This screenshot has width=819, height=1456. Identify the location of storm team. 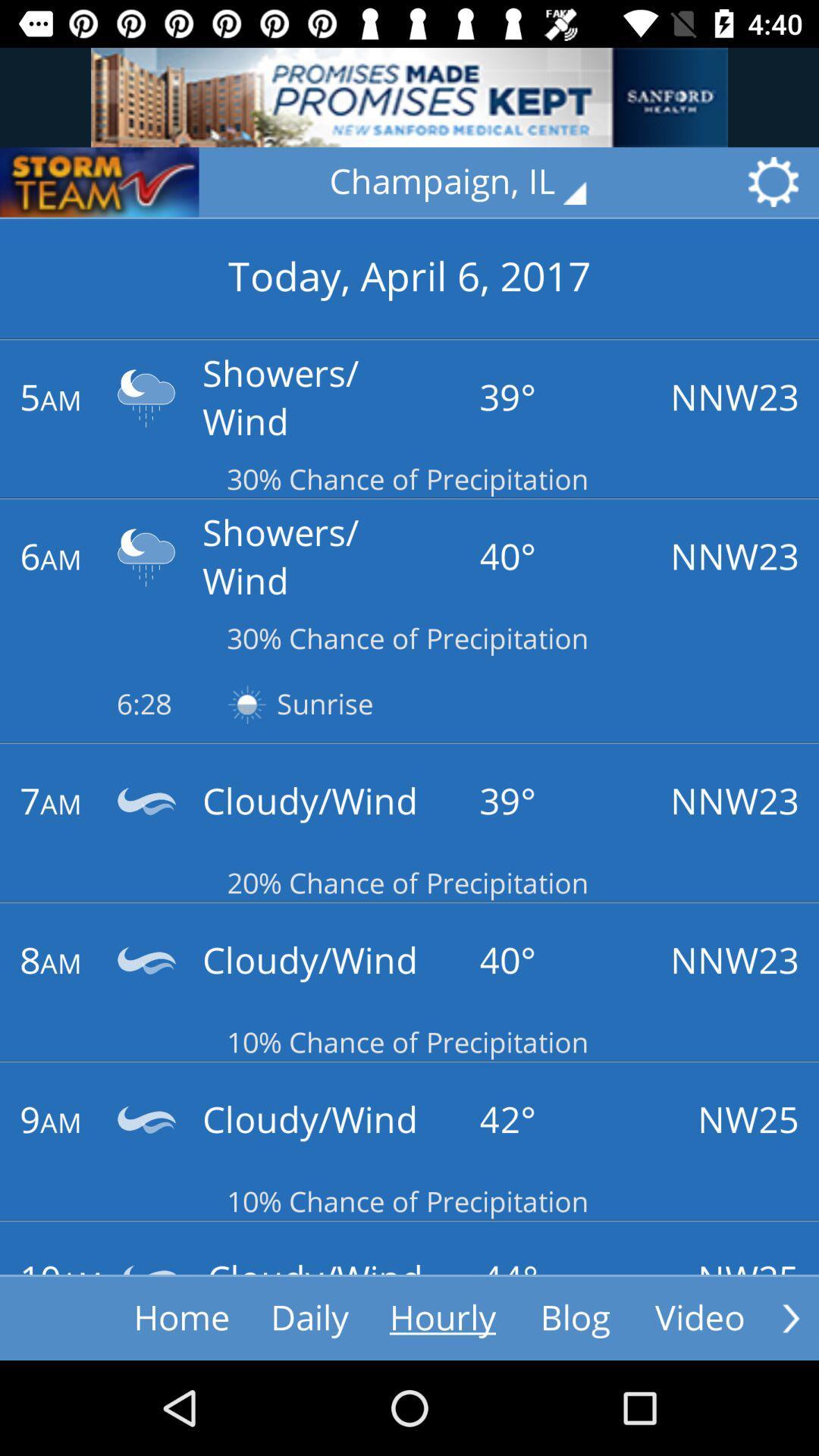
(99, 182).